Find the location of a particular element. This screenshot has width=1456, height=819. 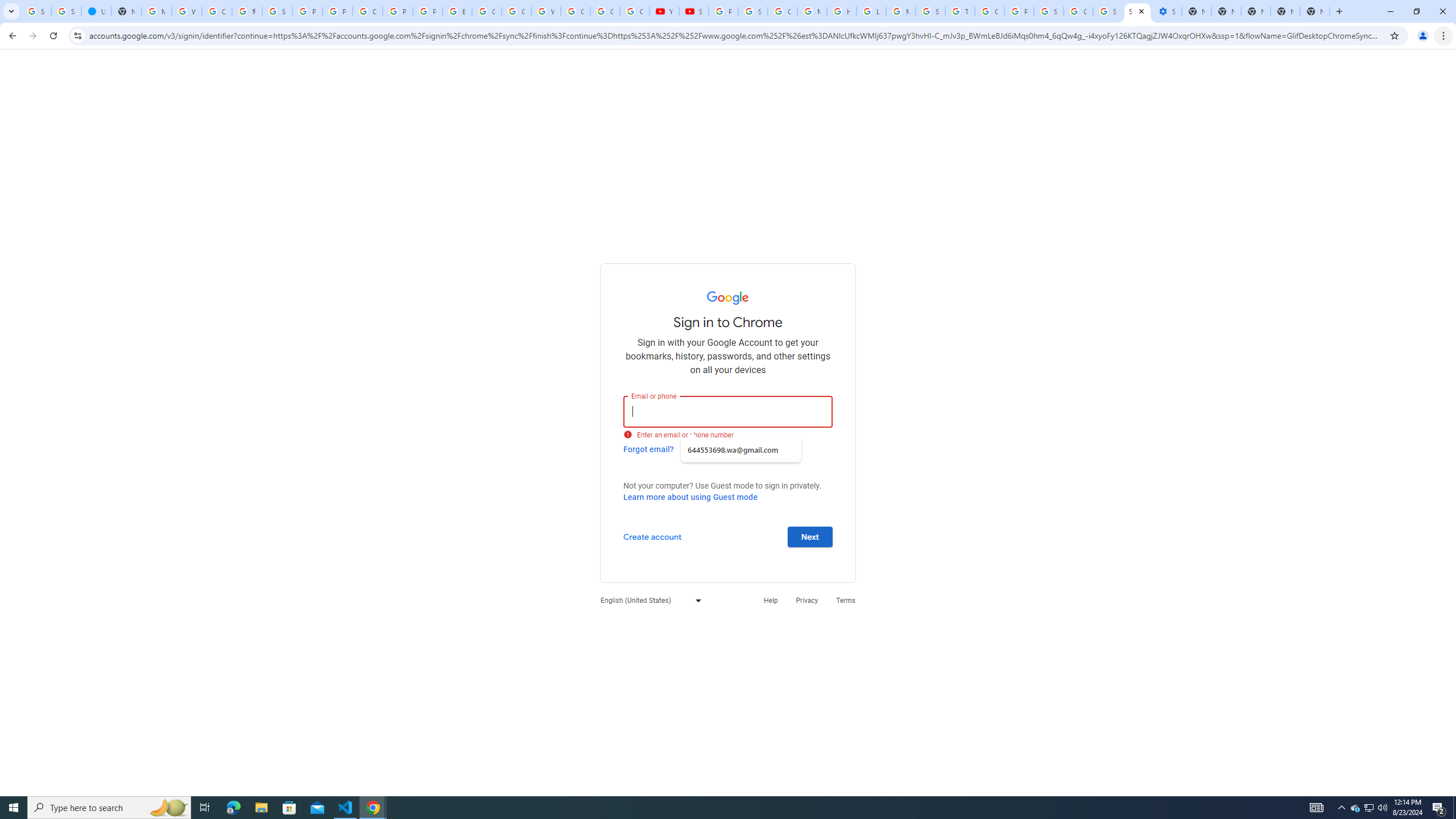

'644553698.wa@gmail.com' is located at coordinates (741, 449).